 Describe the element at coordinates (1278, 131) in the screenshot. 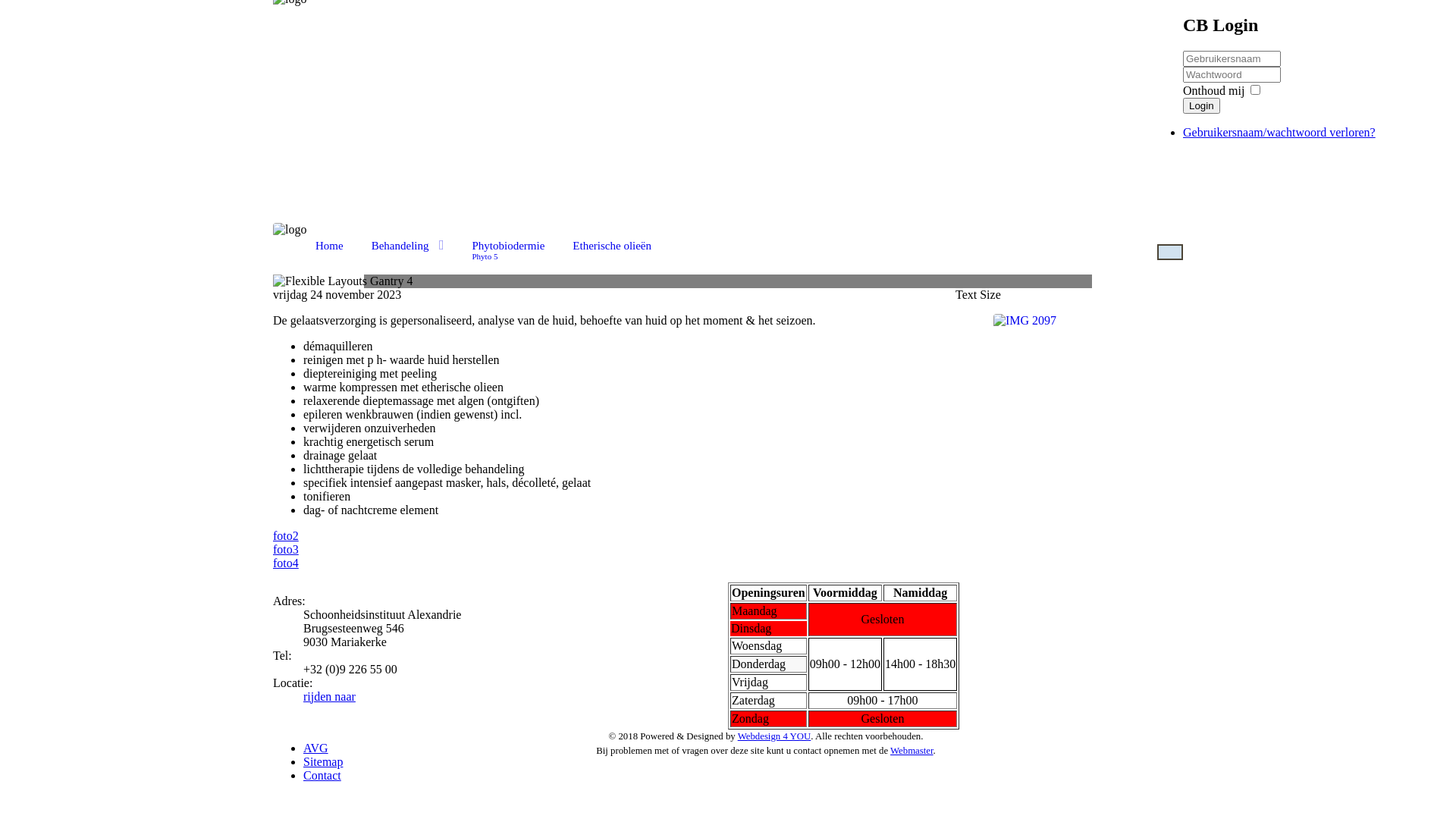

I see `'Gebruikersnaam/wachtwoord verloren?'` at that location.